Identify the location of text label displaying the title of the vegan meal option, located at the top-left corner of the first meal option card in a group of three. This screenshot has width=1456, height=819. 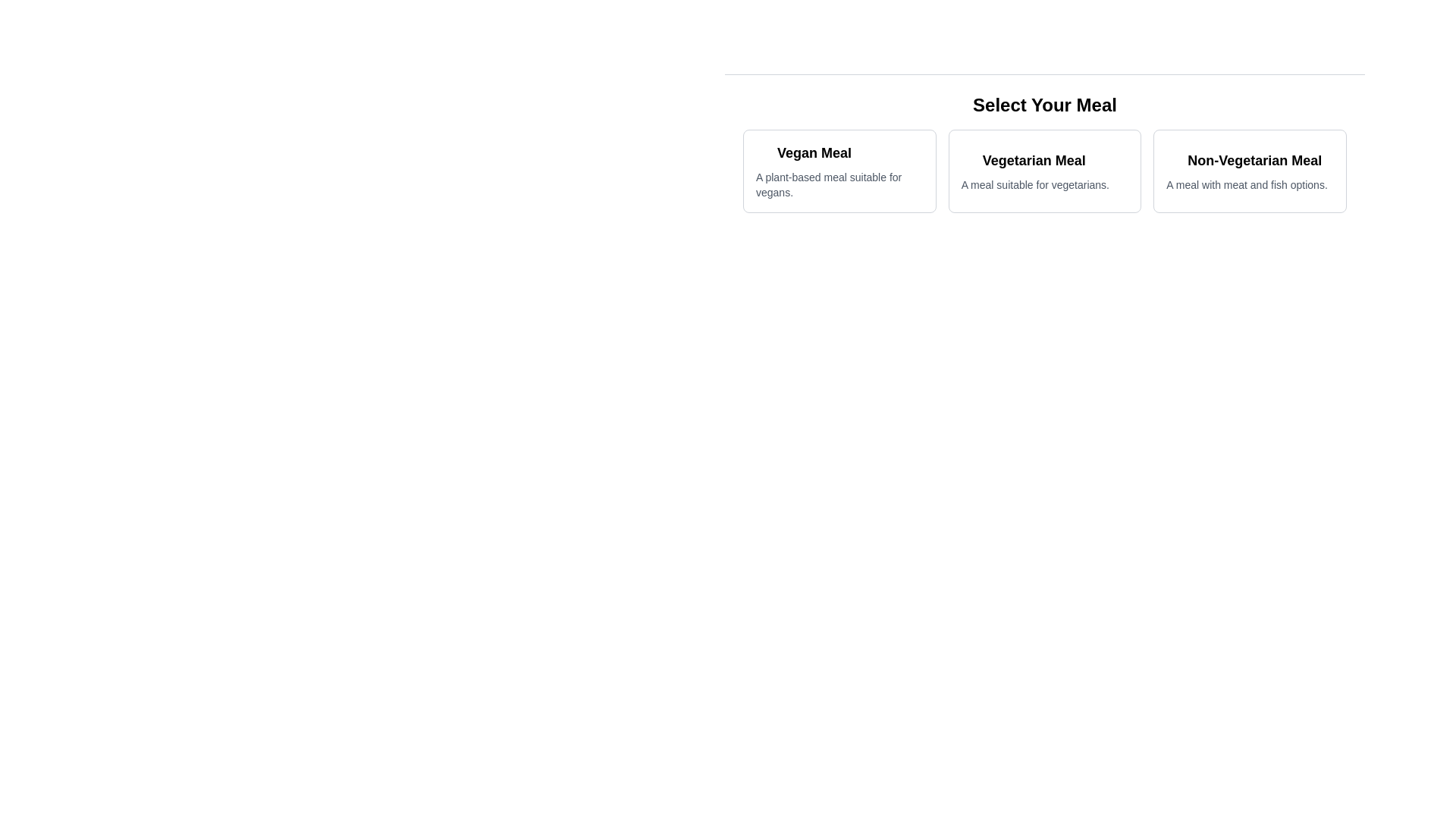
(814, 152).